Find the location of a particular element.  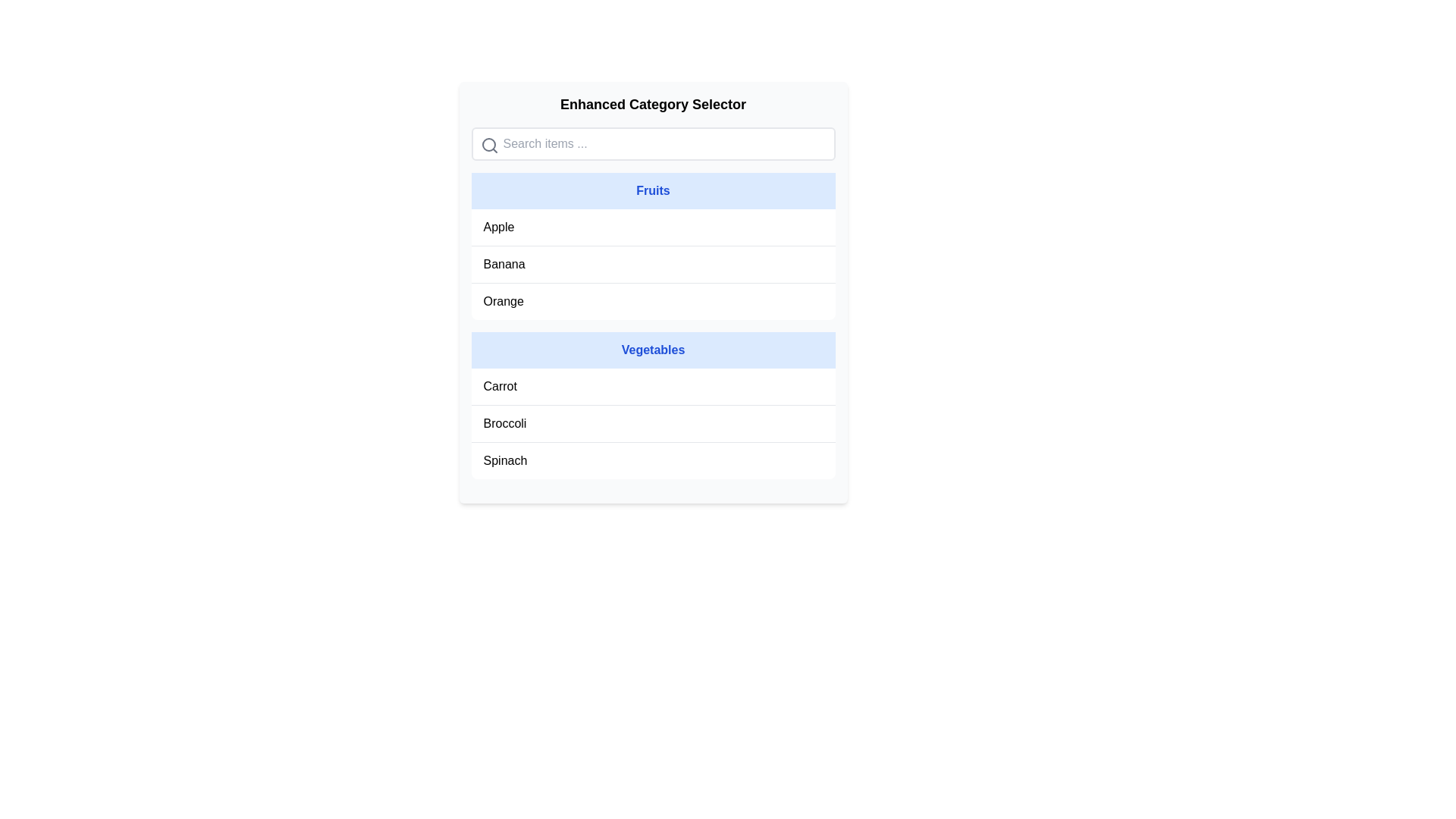

the circular icon of the search element, which is styled with a thin border and positioned near the center of the search icon in the top-left corner of the search bar is located at coordinates (488, 145).